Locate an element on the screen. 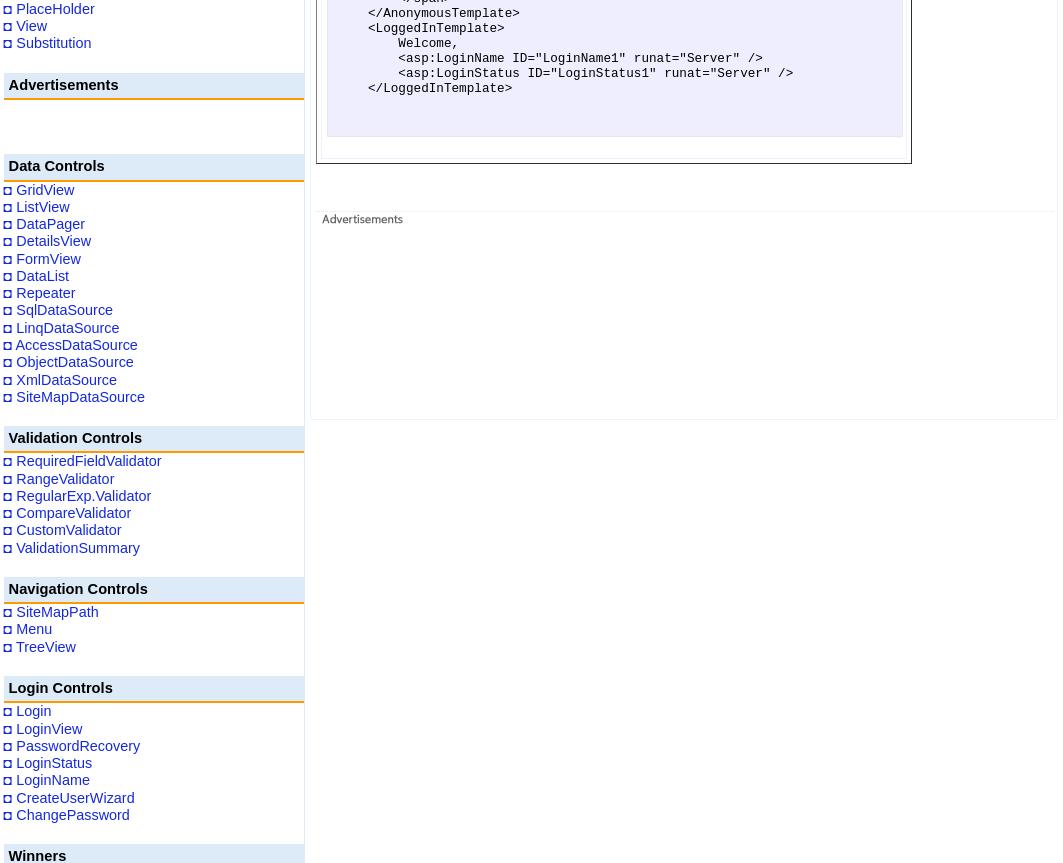  'Data Controls' is located at coordinates (7, 165).